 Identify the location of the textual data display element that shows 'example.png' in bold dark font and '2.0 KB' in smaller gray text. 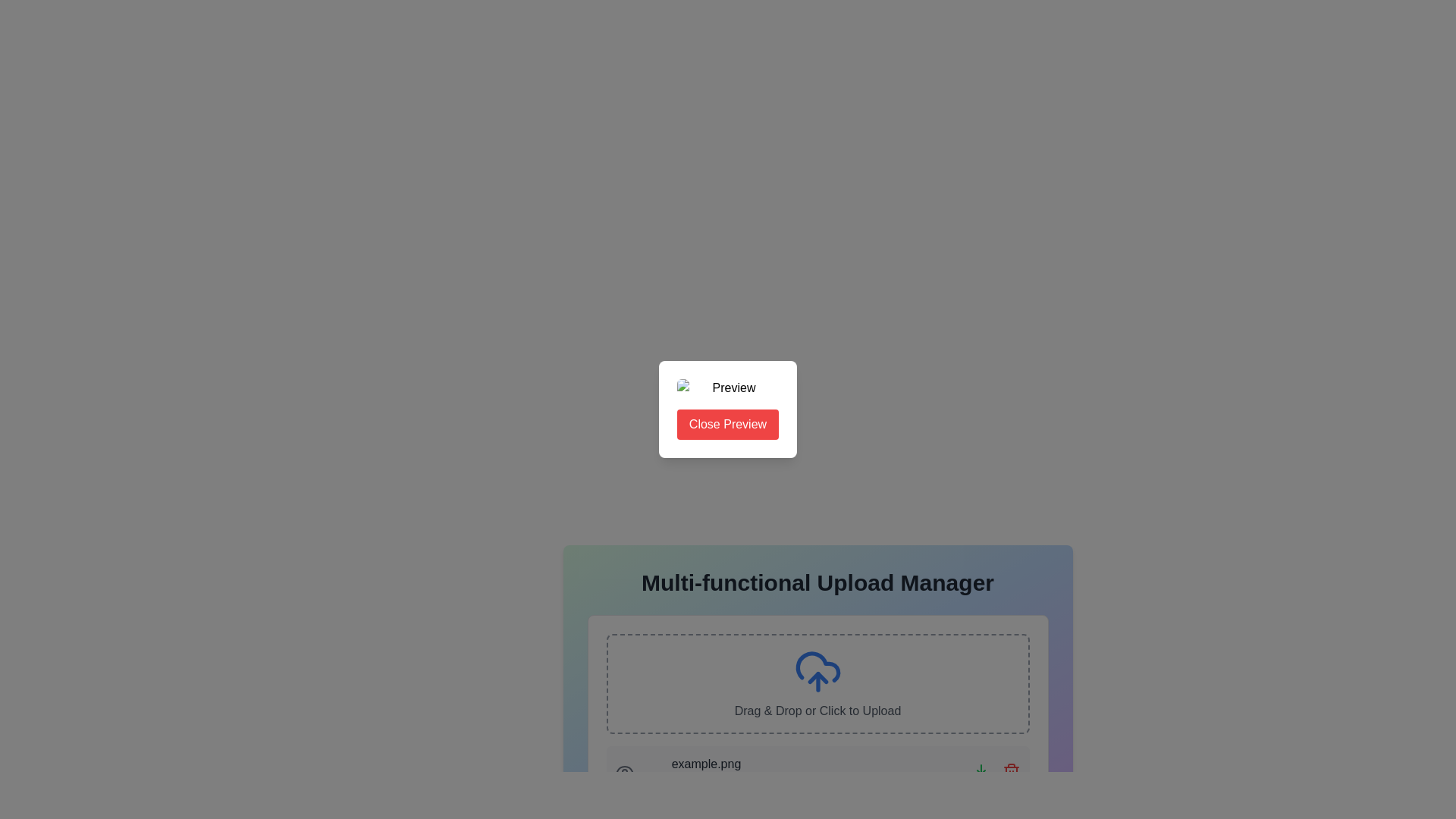
(690, 772).